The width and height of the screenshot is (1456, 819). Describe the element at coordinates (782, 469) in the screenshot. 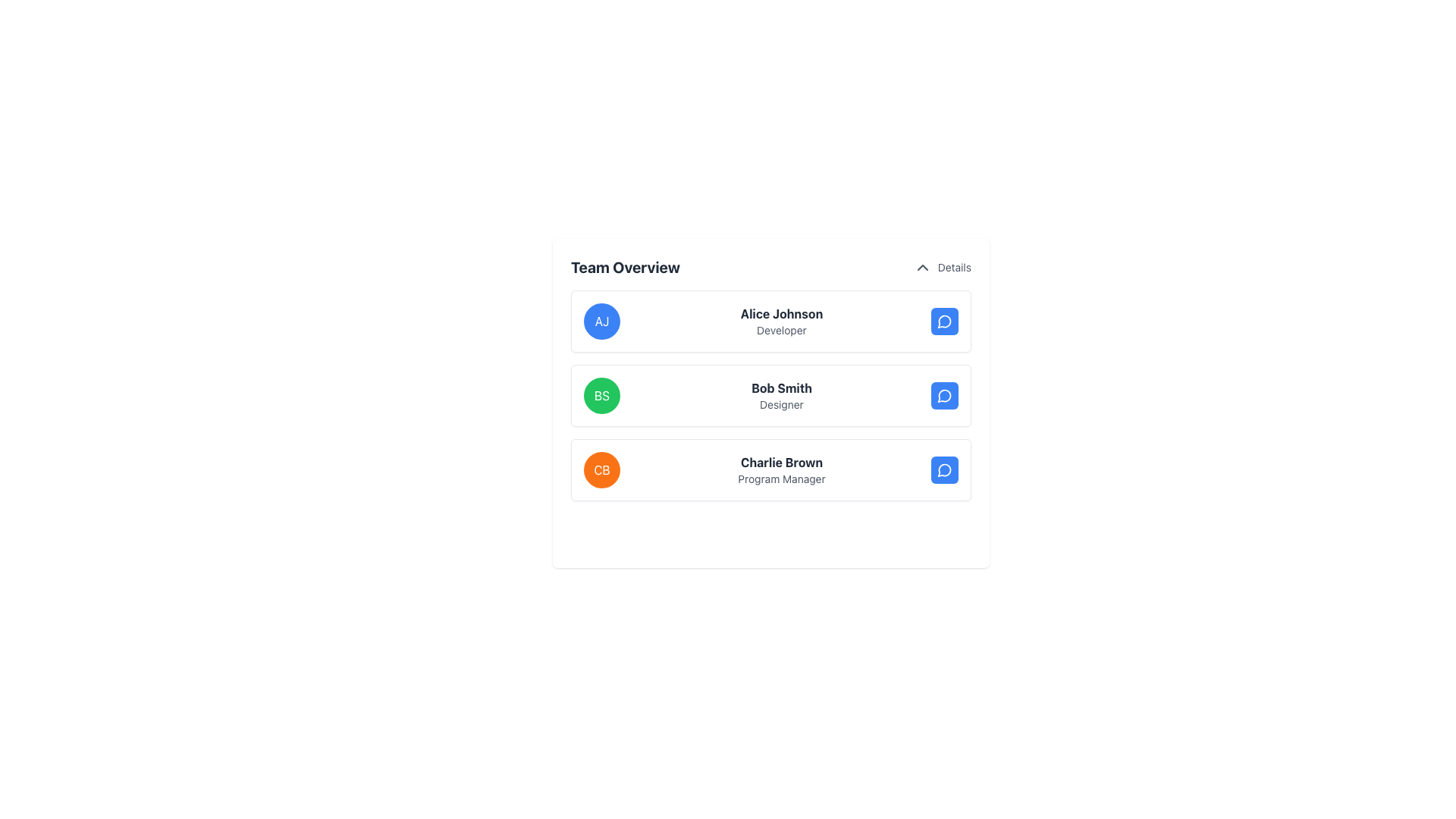

I see `the Text Display element that shows 'Charlie Brown' in bold and 'Program Manager' in a smaller font, located within a horizontal card layout` at that location.